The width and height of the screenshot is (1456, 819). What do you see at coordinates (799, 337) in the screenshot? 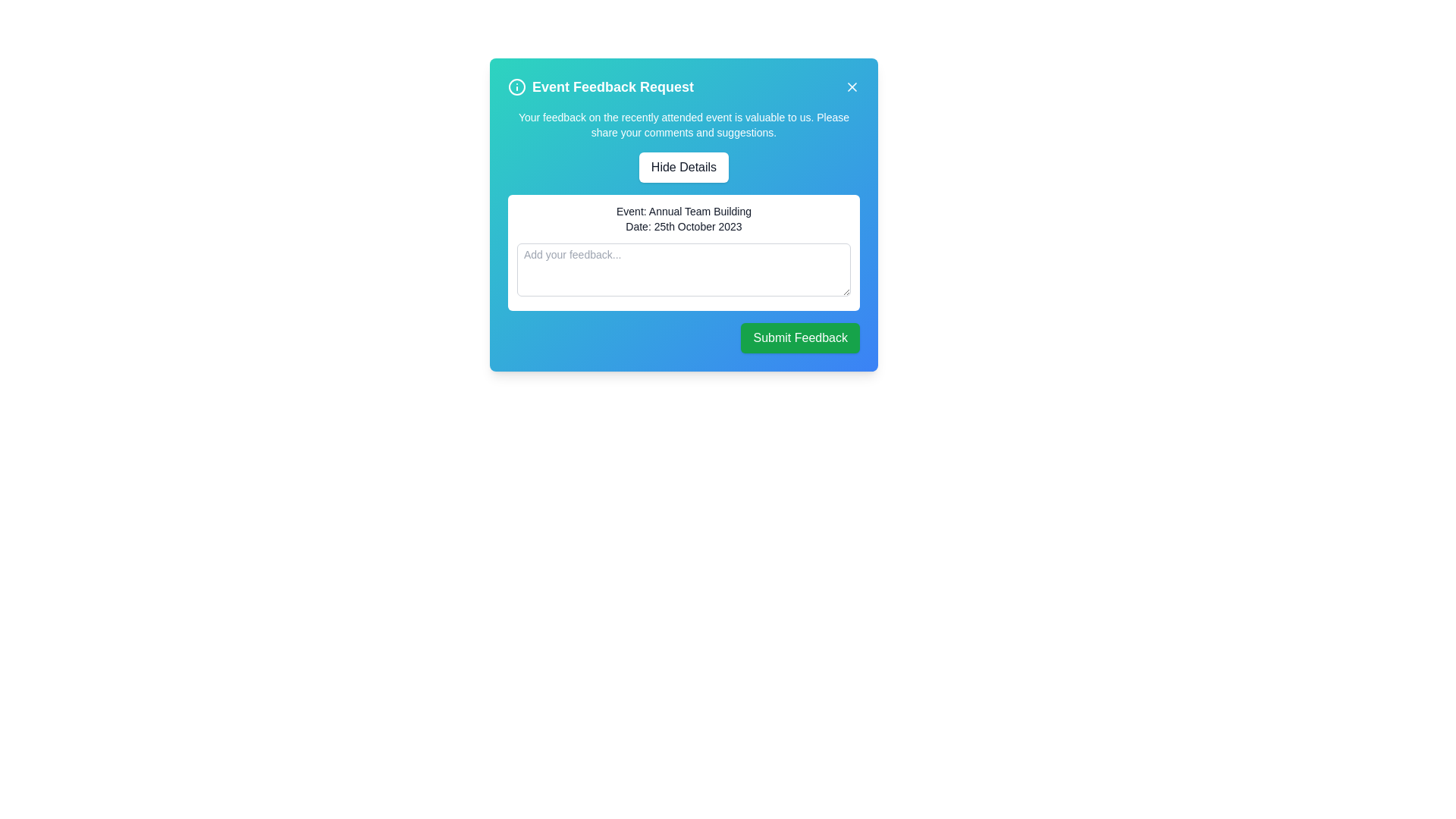
I see `the 'Submit Feedback' button to submit the feedback` at bounding box center [799, 337].